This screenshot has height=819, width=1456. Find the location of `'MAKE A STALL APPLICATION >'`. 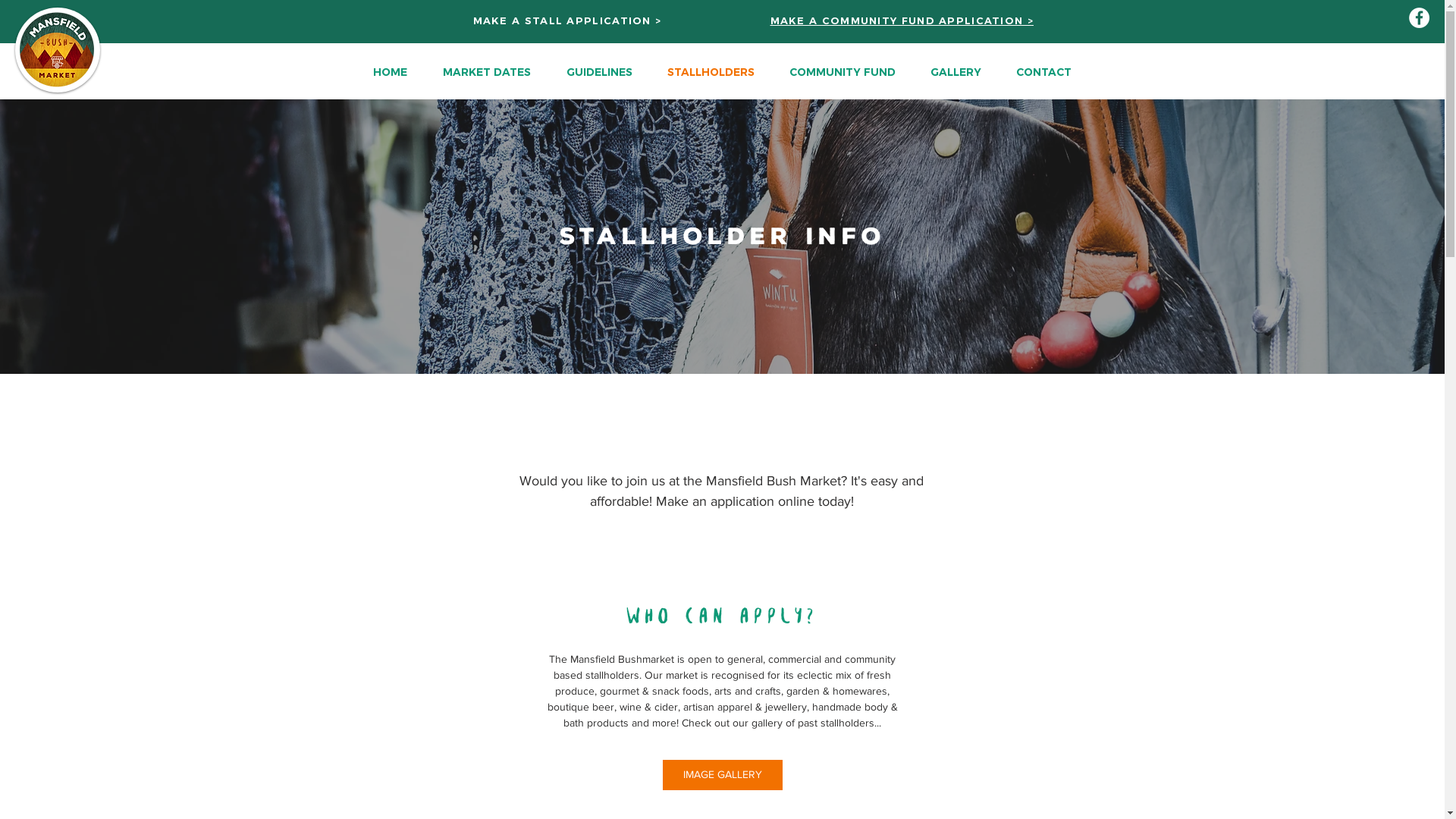

'MAKE A STALL APPLICATION >' is located at coordinates (566, 20).